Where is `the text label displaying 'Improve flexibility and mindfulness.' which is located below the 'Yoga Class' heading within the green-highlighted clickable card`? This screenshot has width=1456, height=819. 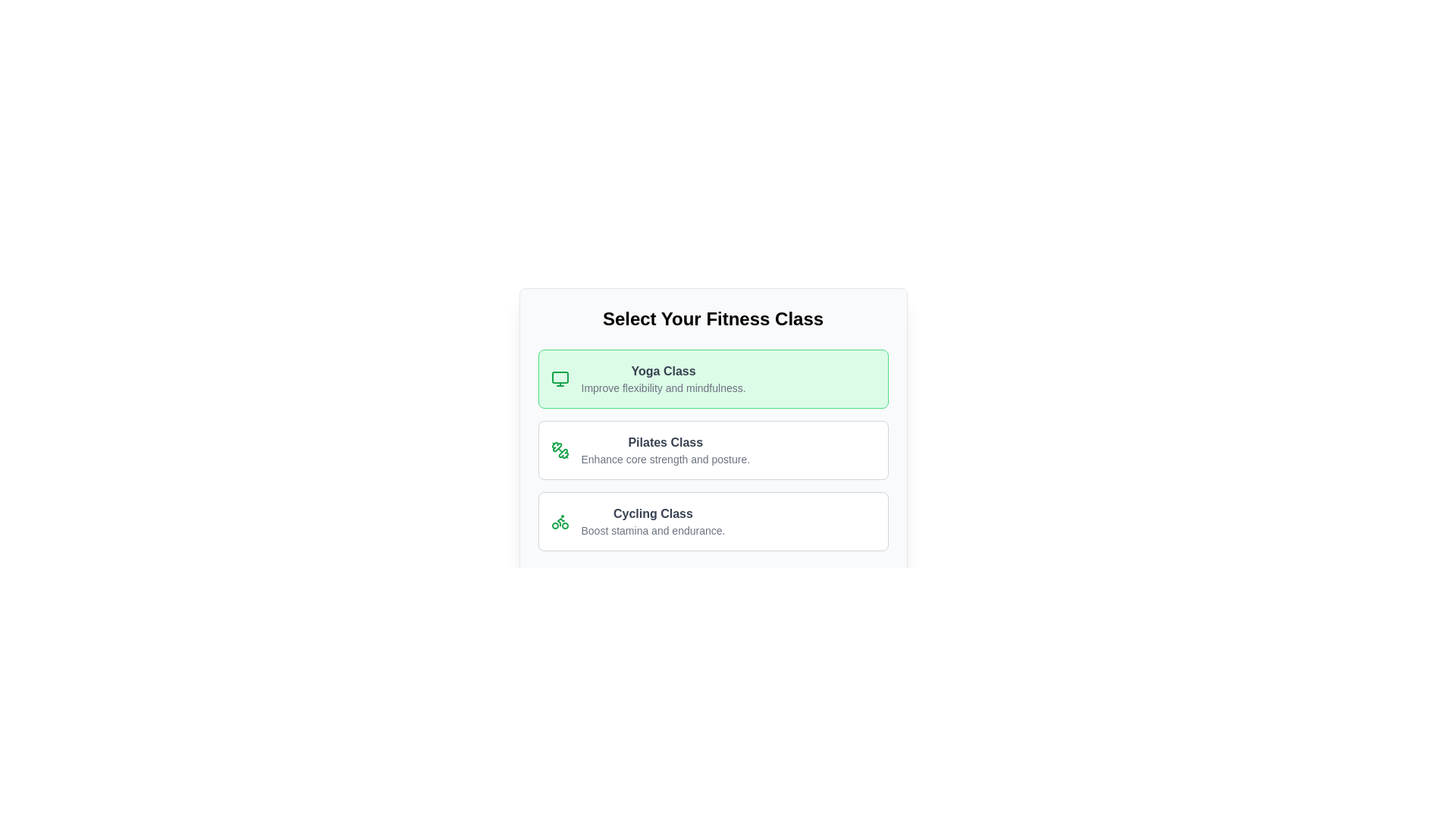
the text label displaying 'Improve flexibility and mindfulness.' which is located below the 'Yoga Class' heading within the green-highlighted clickable card is located at coordinates (664, 388).